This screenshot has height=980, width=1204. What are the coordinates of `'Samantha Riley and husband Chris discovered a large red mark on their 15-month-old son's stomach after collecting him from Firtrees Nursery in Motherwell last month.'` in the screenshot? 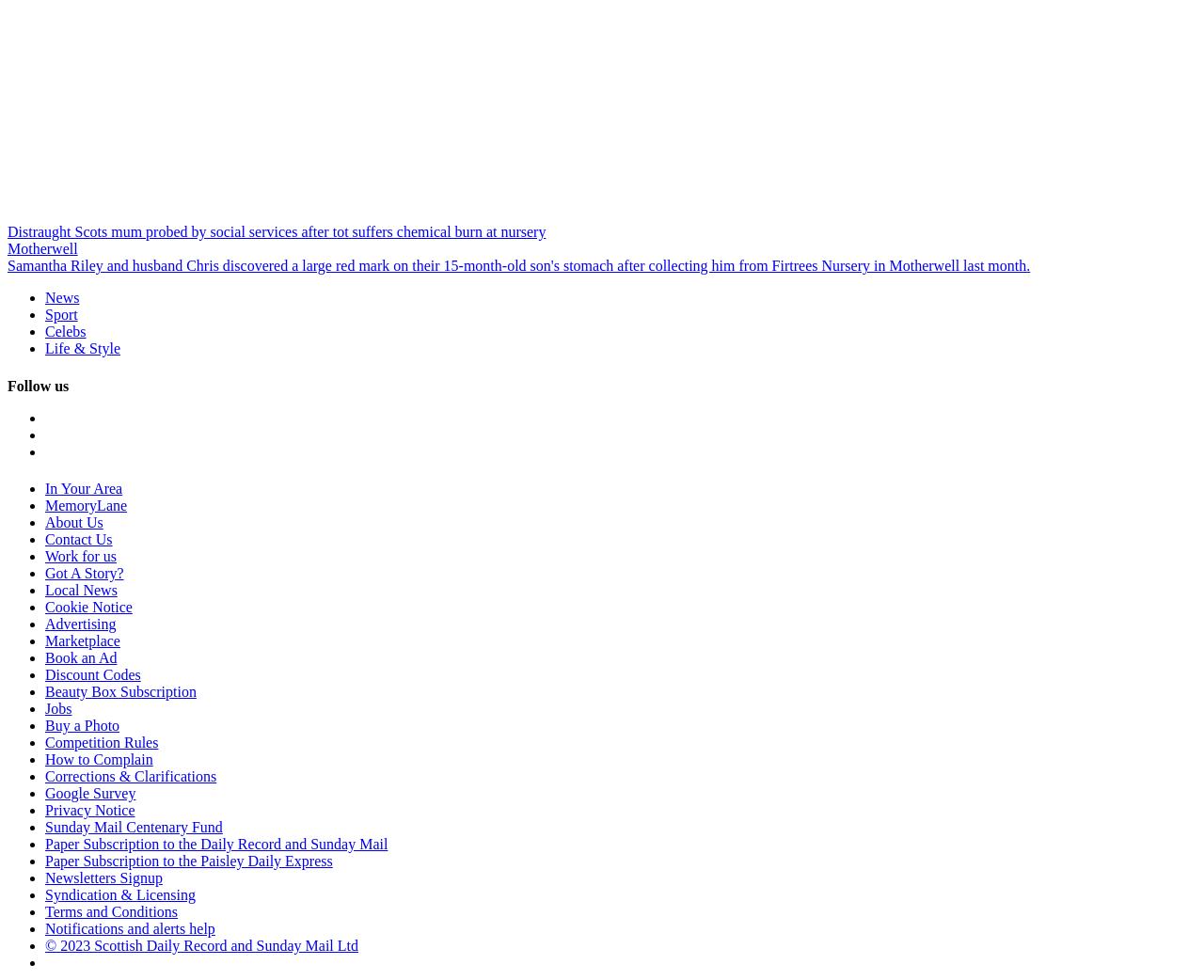 It's located at (518, 265).